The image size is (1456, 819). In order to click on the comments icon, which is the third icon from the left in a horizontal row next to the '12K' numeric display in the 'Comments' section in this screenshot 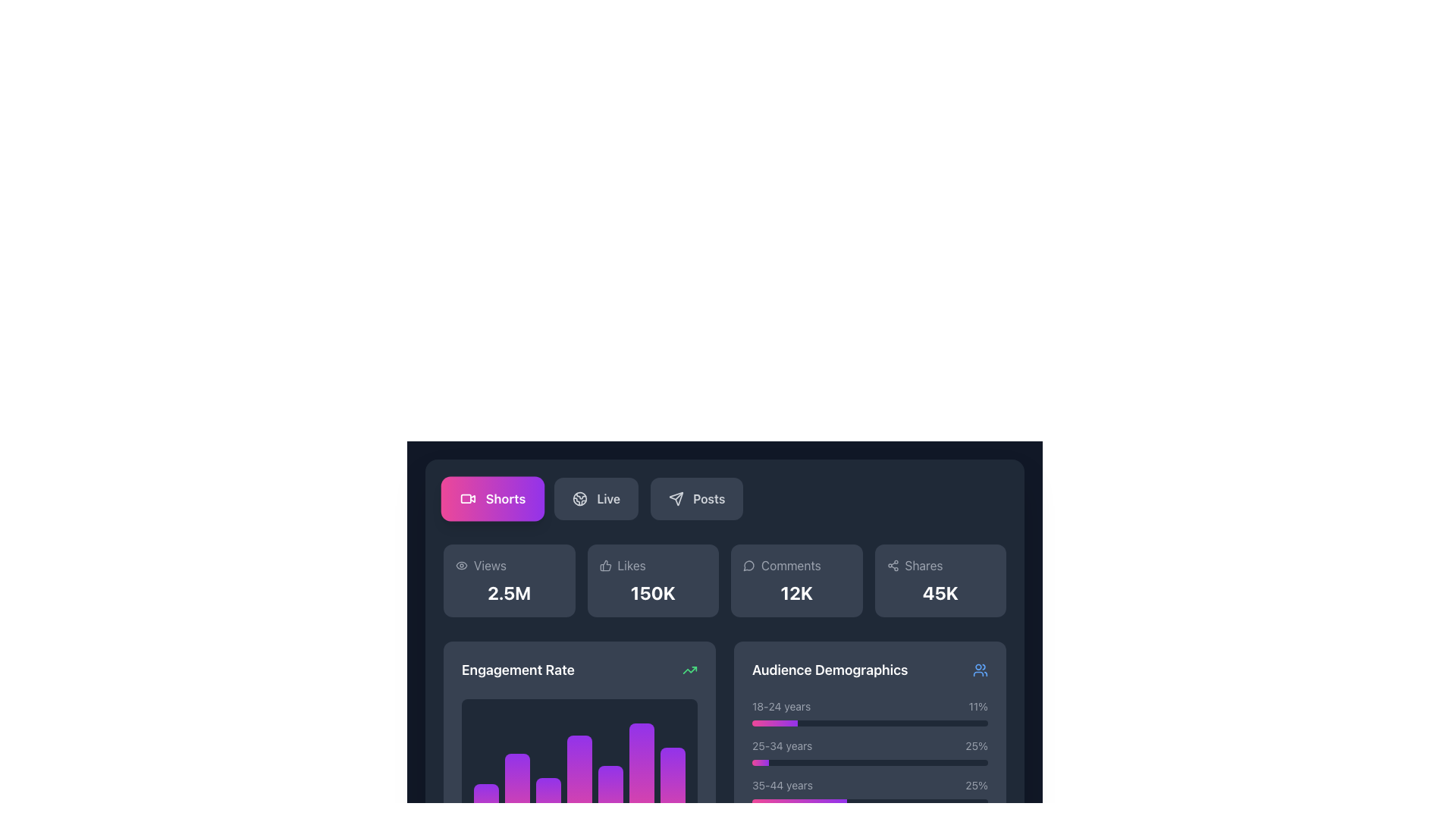, I will do `click(748, 566)`.